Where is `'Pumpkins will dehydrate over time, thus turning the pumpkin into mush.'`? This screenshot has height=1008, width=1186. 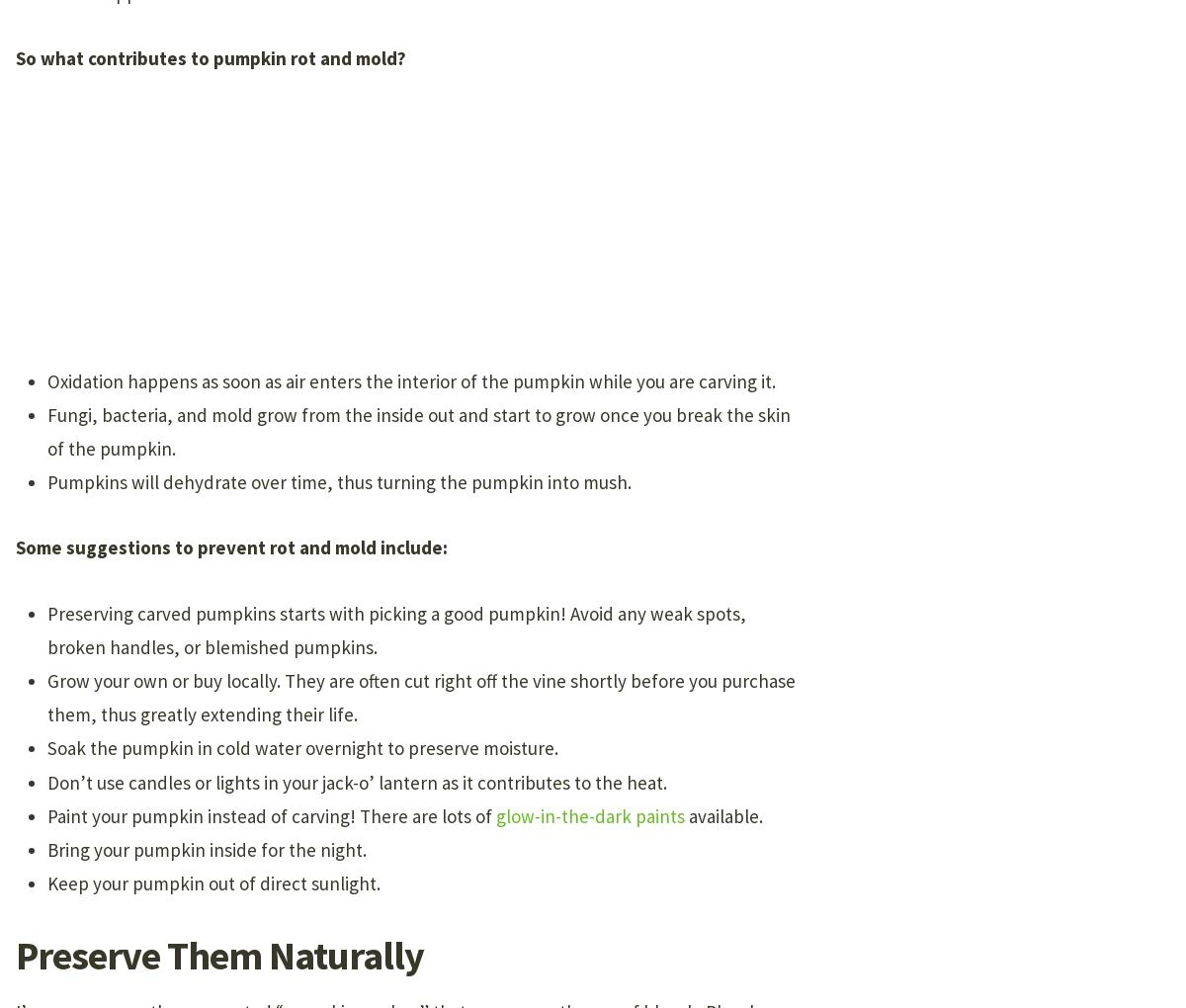
'Pumpkins will dehydrate over time, thus turning the pumpkin into mush.' is located at coordinates (47, 481).